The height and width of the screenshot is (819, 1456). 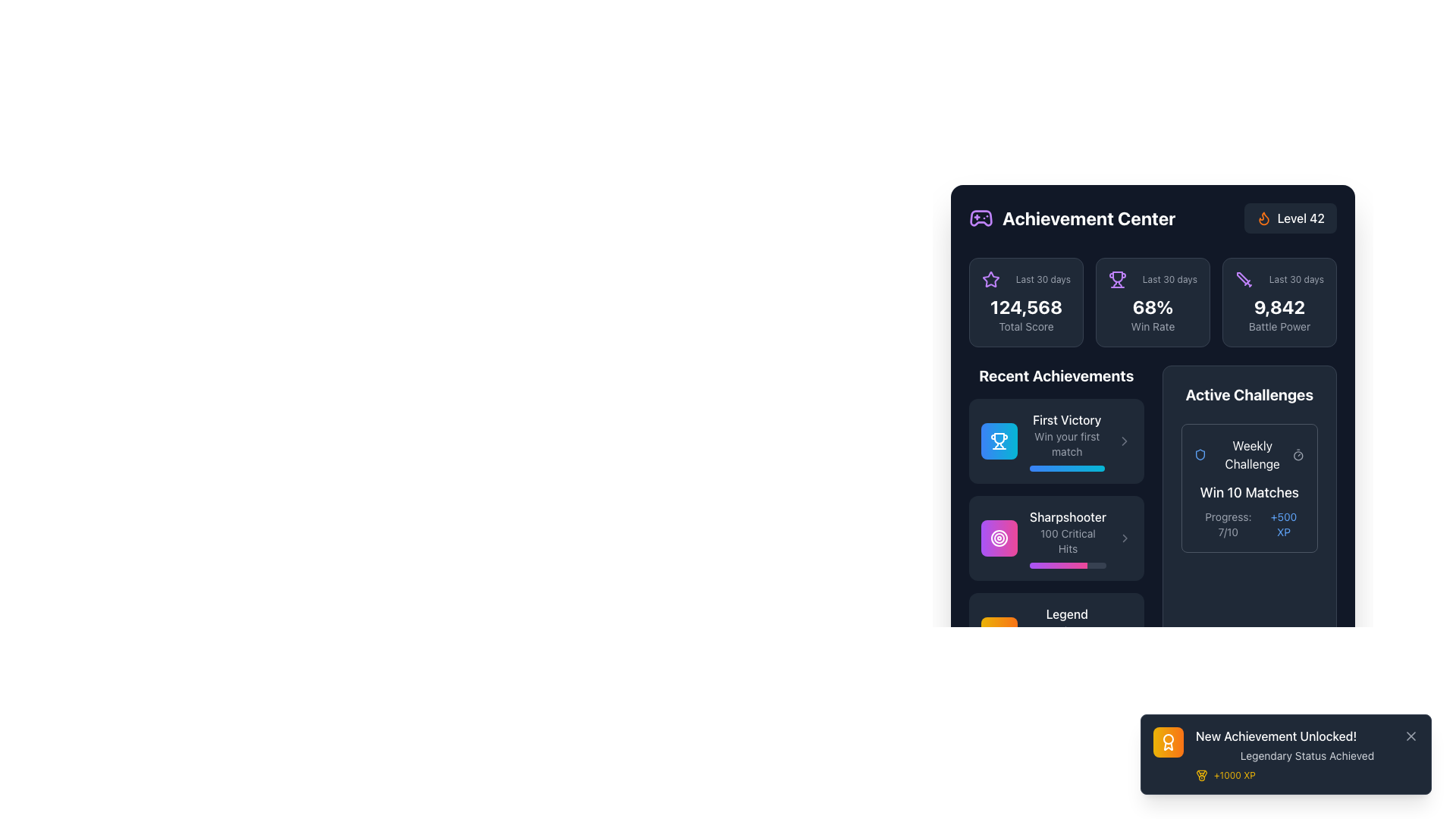 I want to click on the 'Achievement Center' text label with a gamepad icon, which is styled with bold white font on a dark background, located in the top-left corner of its section, so click(x=1072, y=218).